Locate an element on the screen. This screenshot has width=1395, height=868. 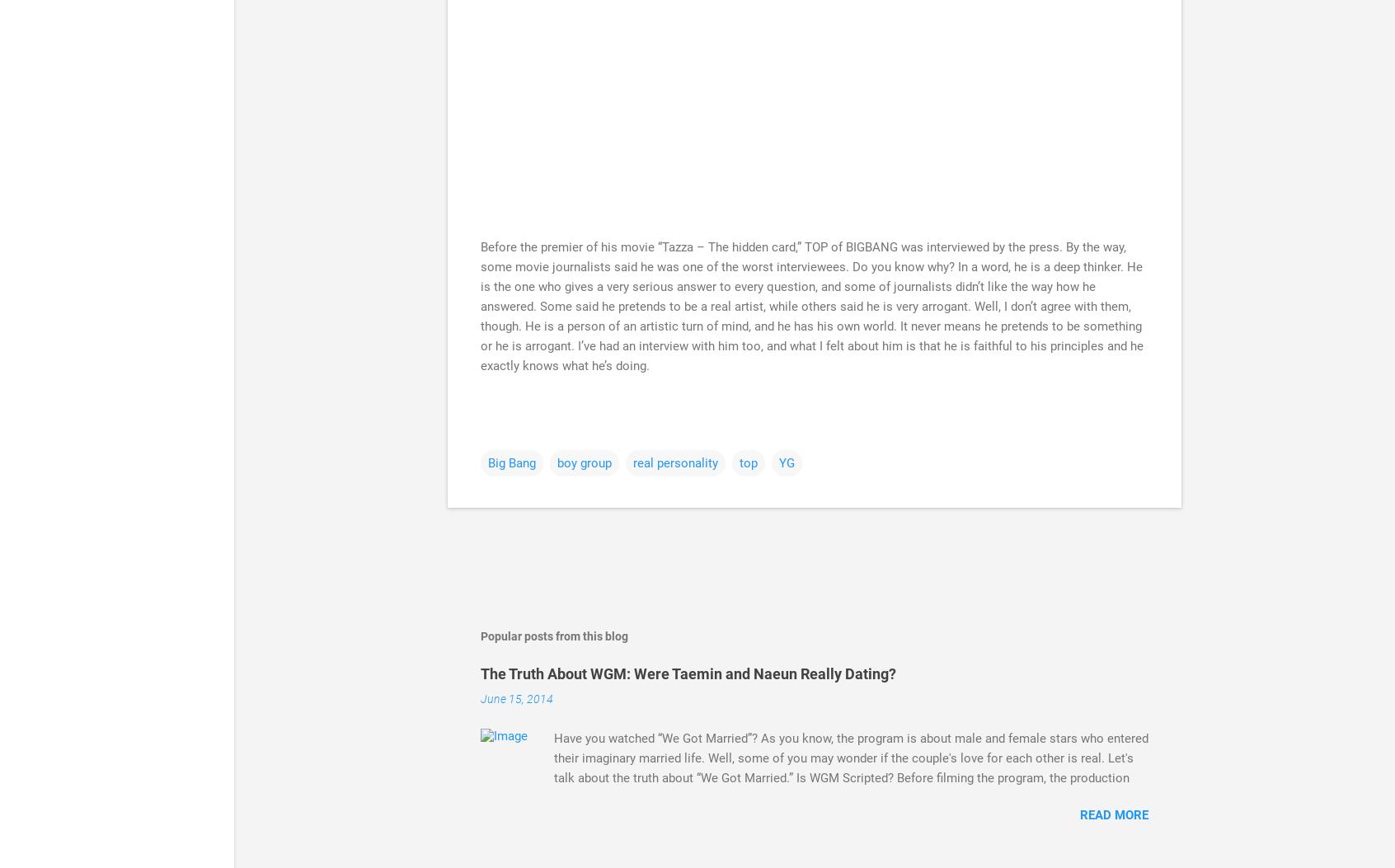
'Read more' is located at coordinates (1114, 814).